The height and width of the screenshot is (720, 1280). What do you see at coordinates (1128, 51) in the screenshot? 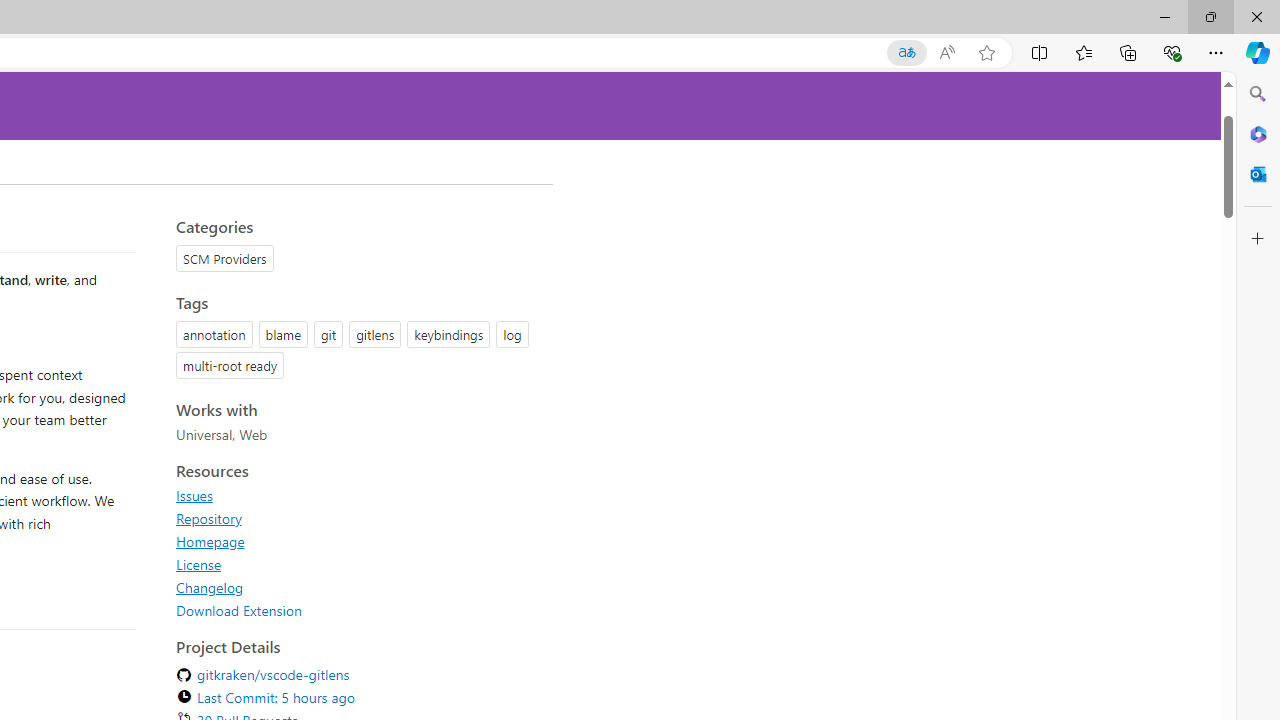
I see `'Collections'` at bounding box center [1128, 51].